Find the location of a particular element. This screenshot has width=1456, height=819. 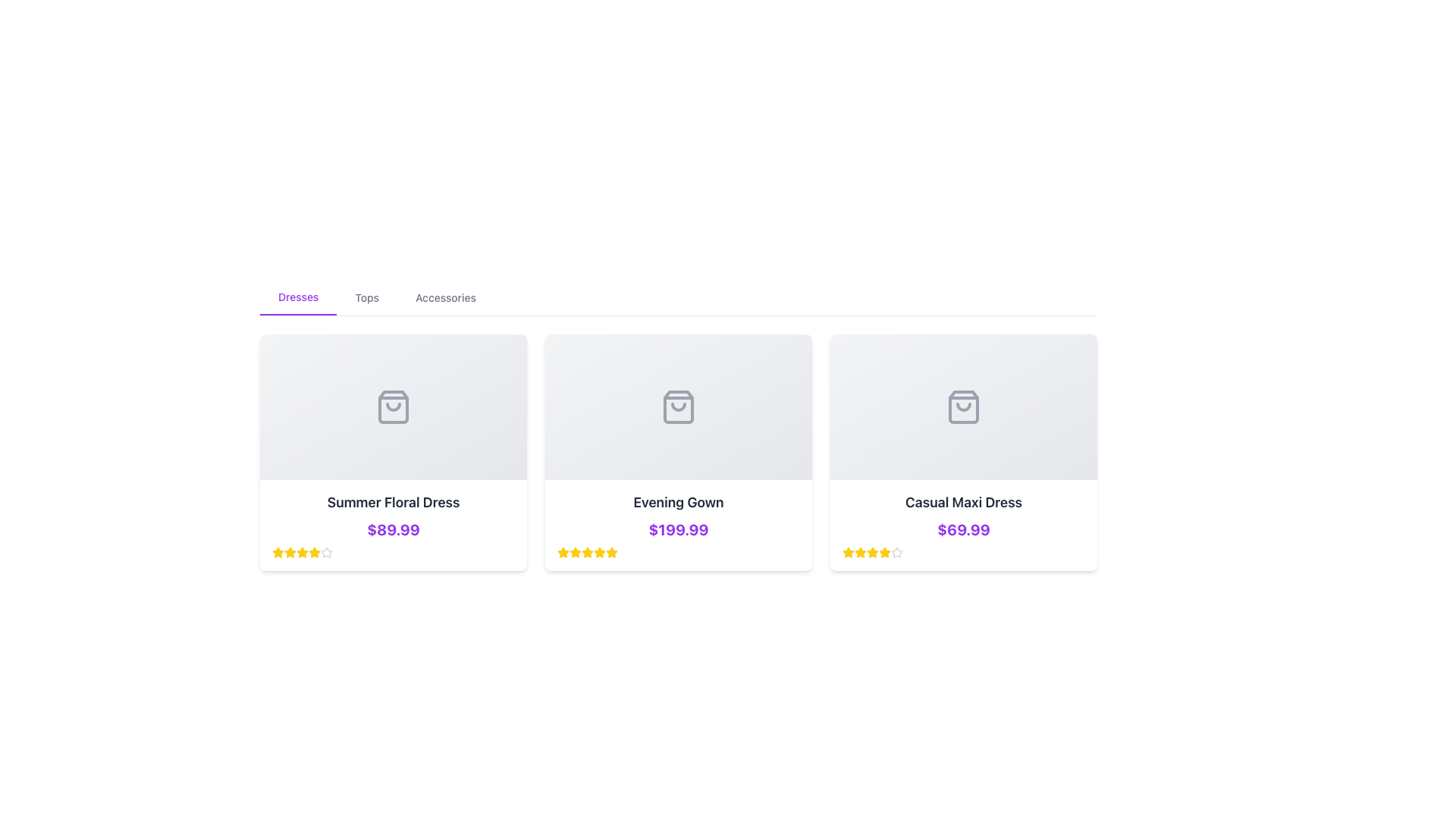

the yellow star icon that represents the second star in the rating system located directly below the product title 'Summer Floral Dress' is located at coordinates (290, 552).